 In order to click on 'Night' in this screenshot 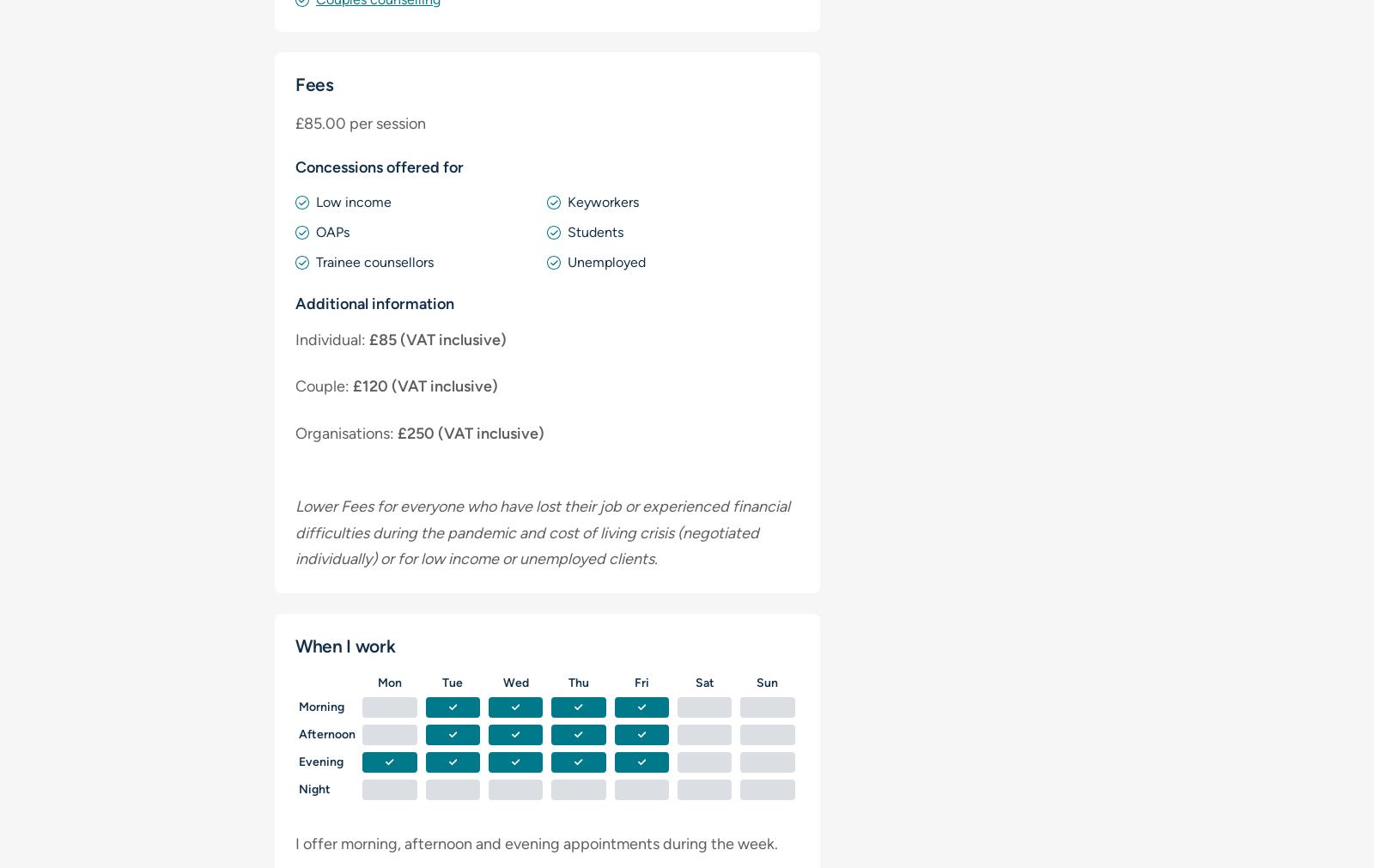, I will do `click(299, 789)`.